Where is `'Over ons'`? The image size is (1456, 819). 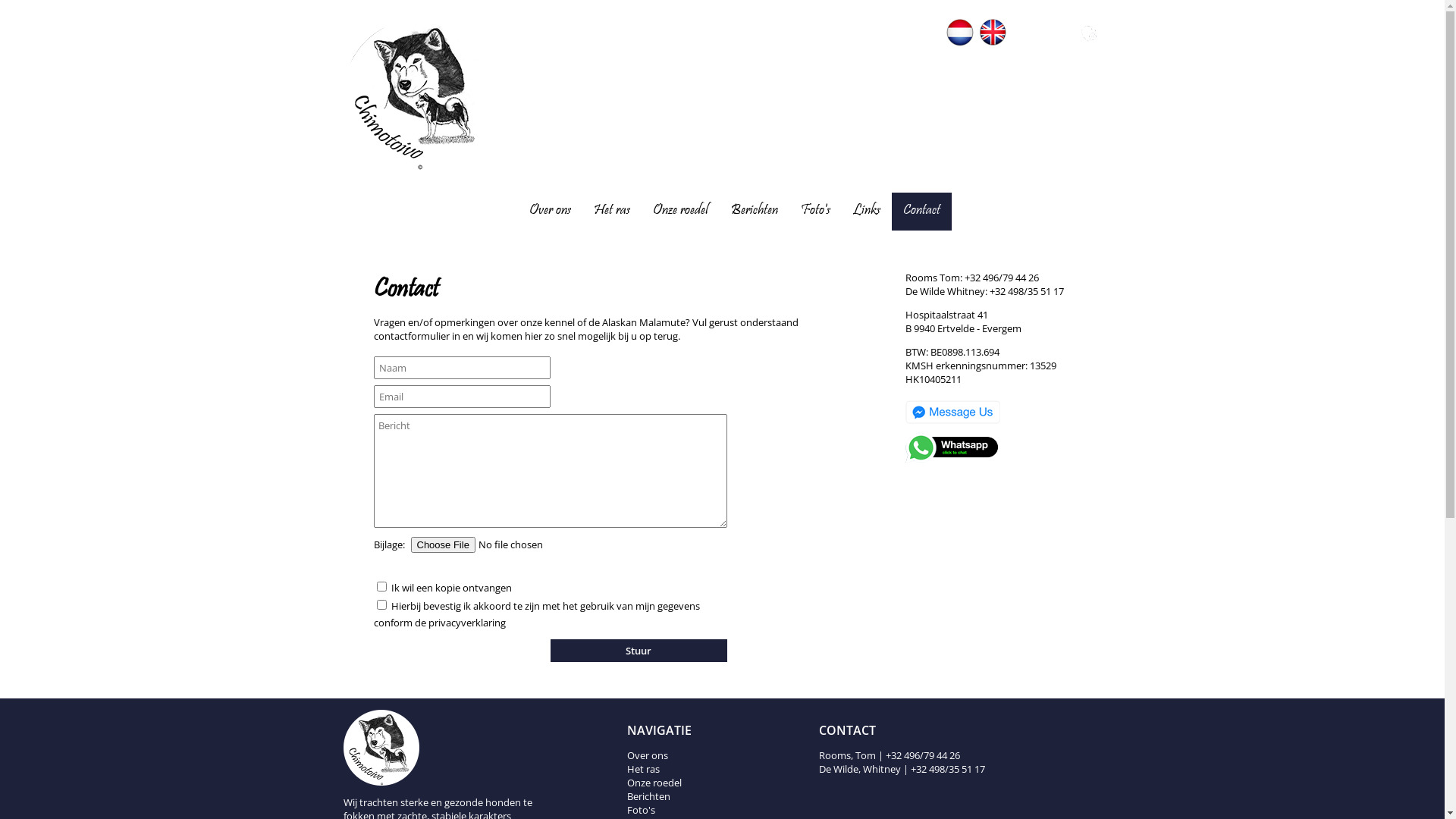
'Over ons' is located at coordinates (549, 211).